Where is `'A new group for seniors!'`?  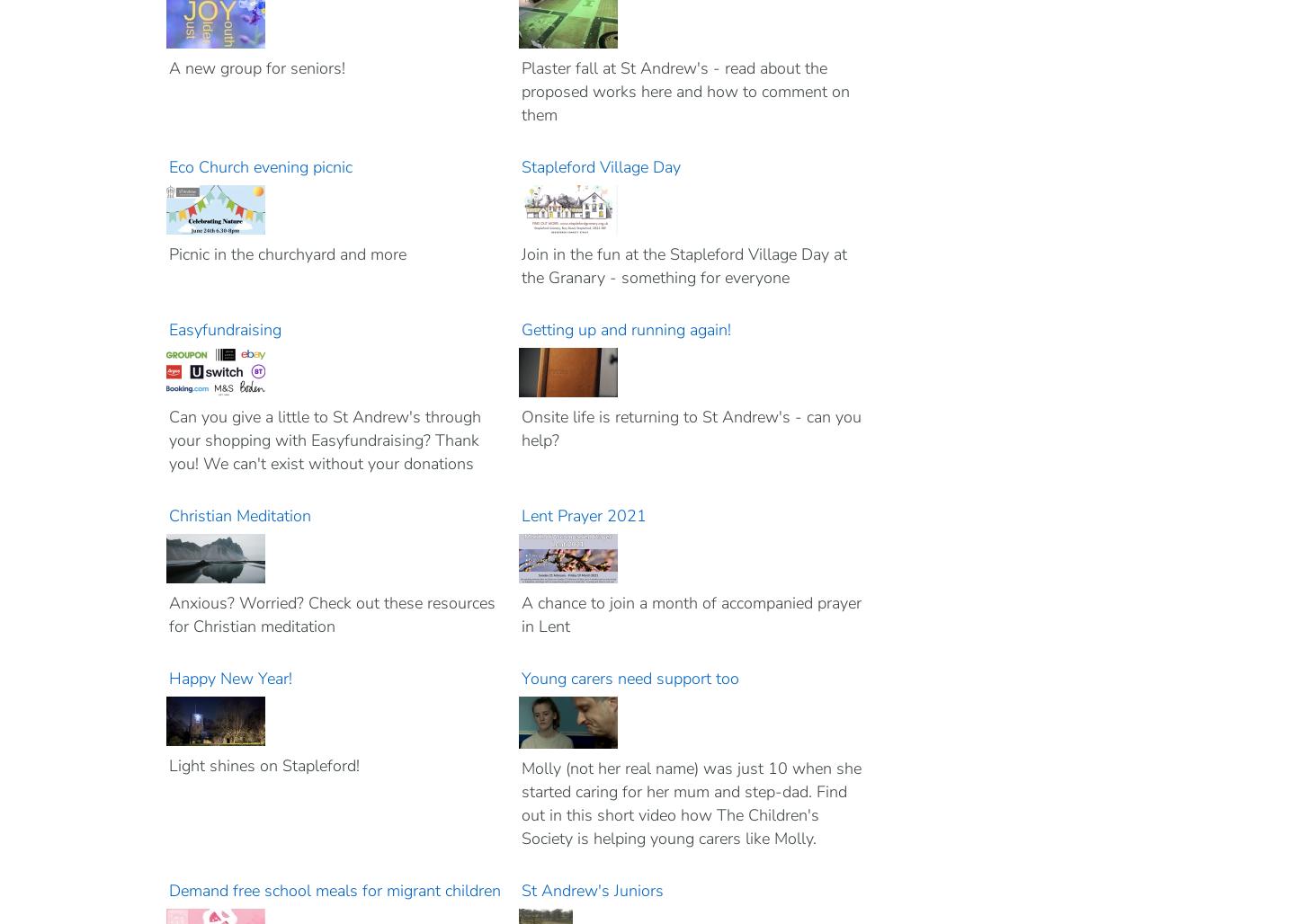
'A new group for seniors!' is located at coordinates (255, 67).